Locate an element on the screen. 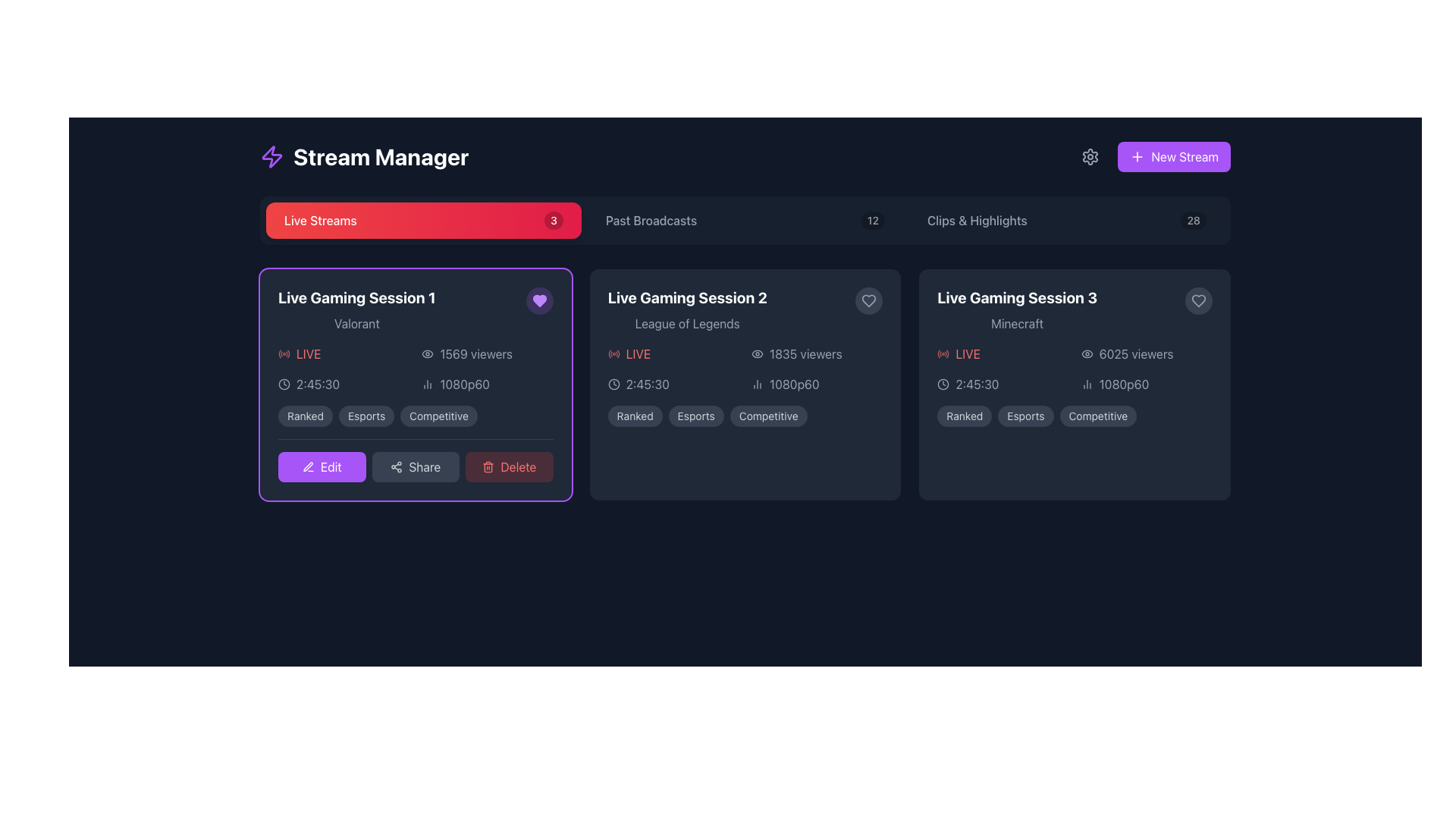 This screenshot has width=1456, height=819. the 'Delete' text within the rounded button located at the bottom-right corner of the 'Live Gaming Session 1' card, which features a trash icon is located at coordinates (518, 466).